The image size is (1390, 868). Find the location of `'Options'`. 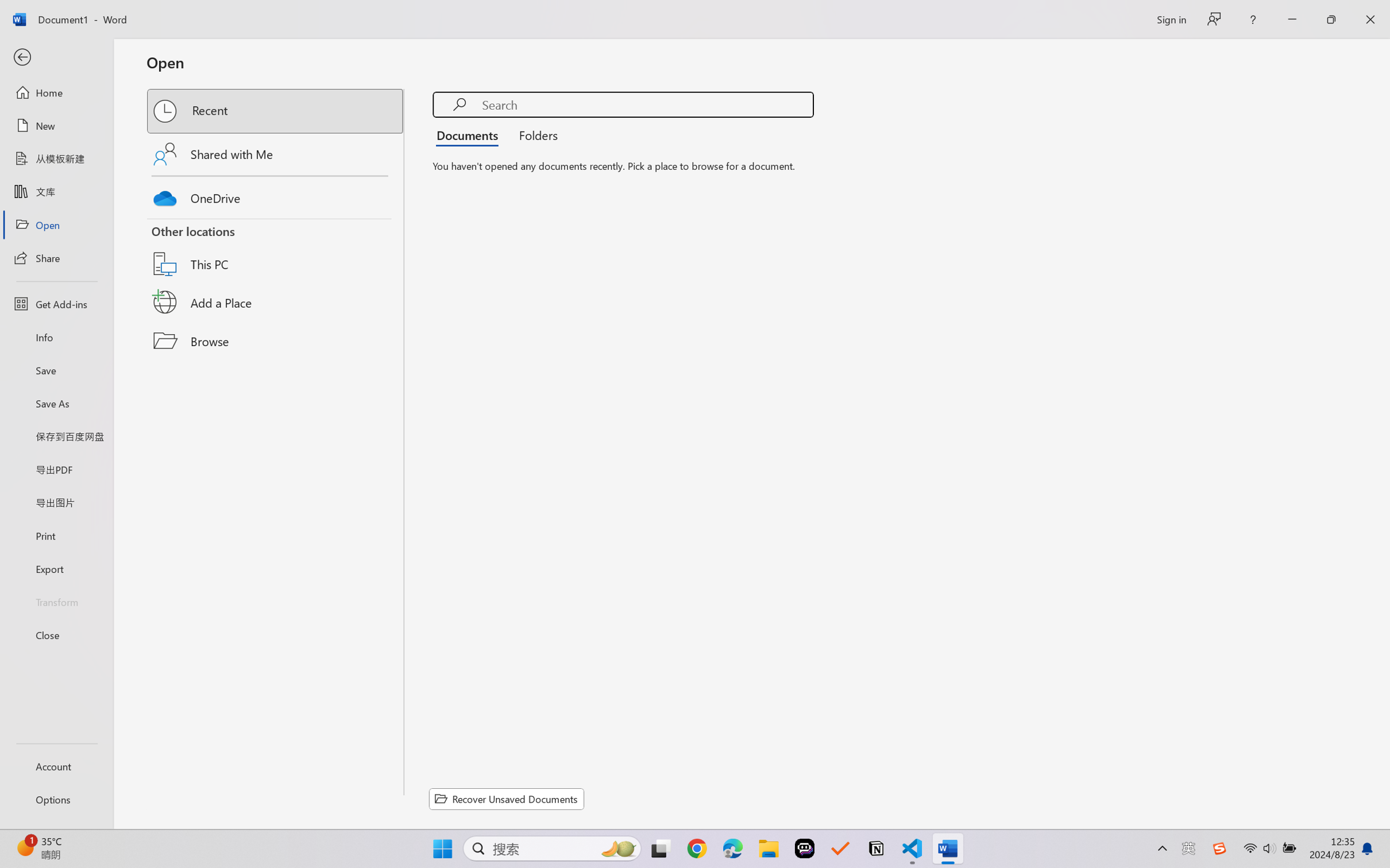

'Options' is located at coordinates (56, 799).